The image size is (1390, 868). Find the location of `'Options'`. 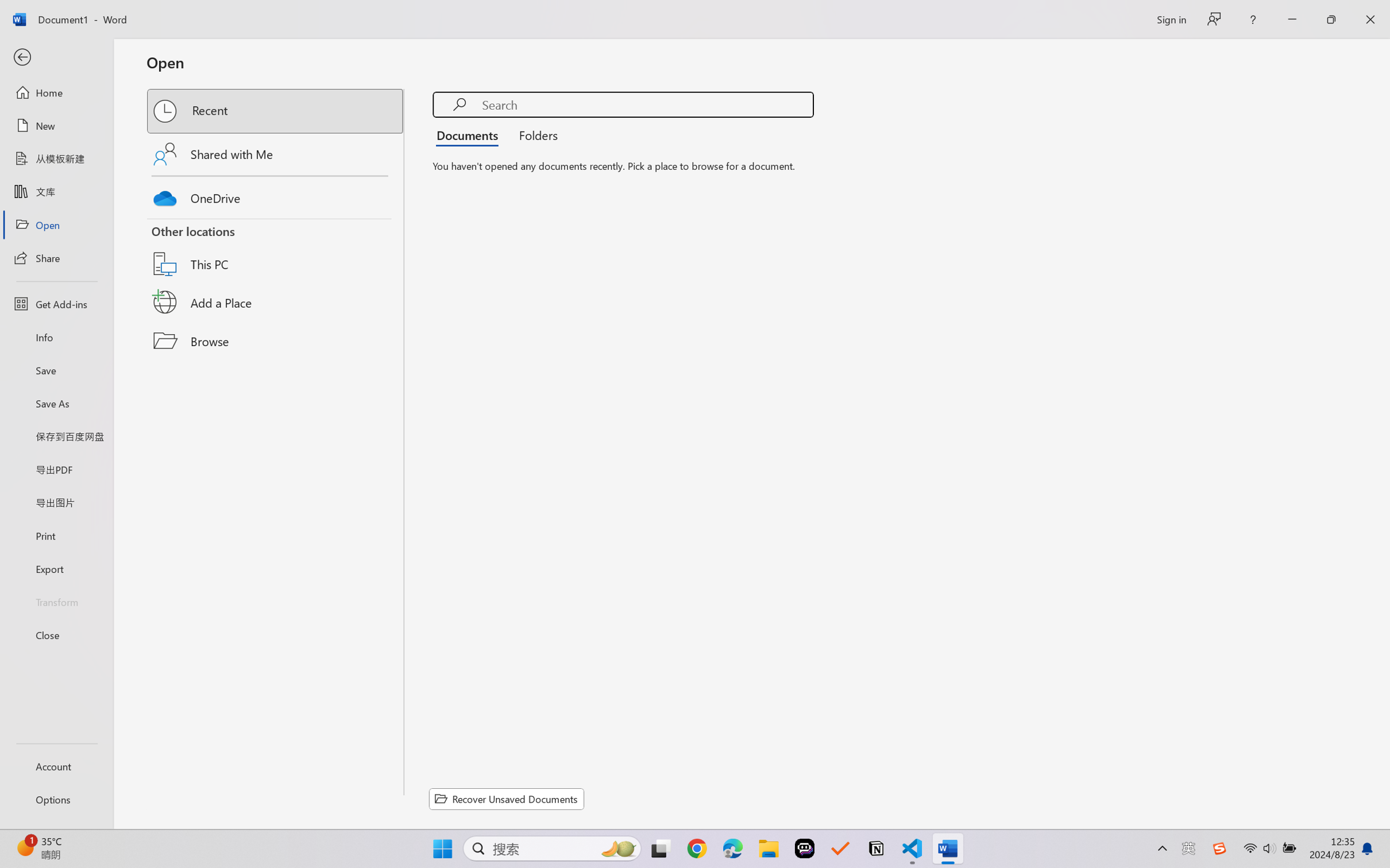

'Options' is located at coordinates (56, 799).